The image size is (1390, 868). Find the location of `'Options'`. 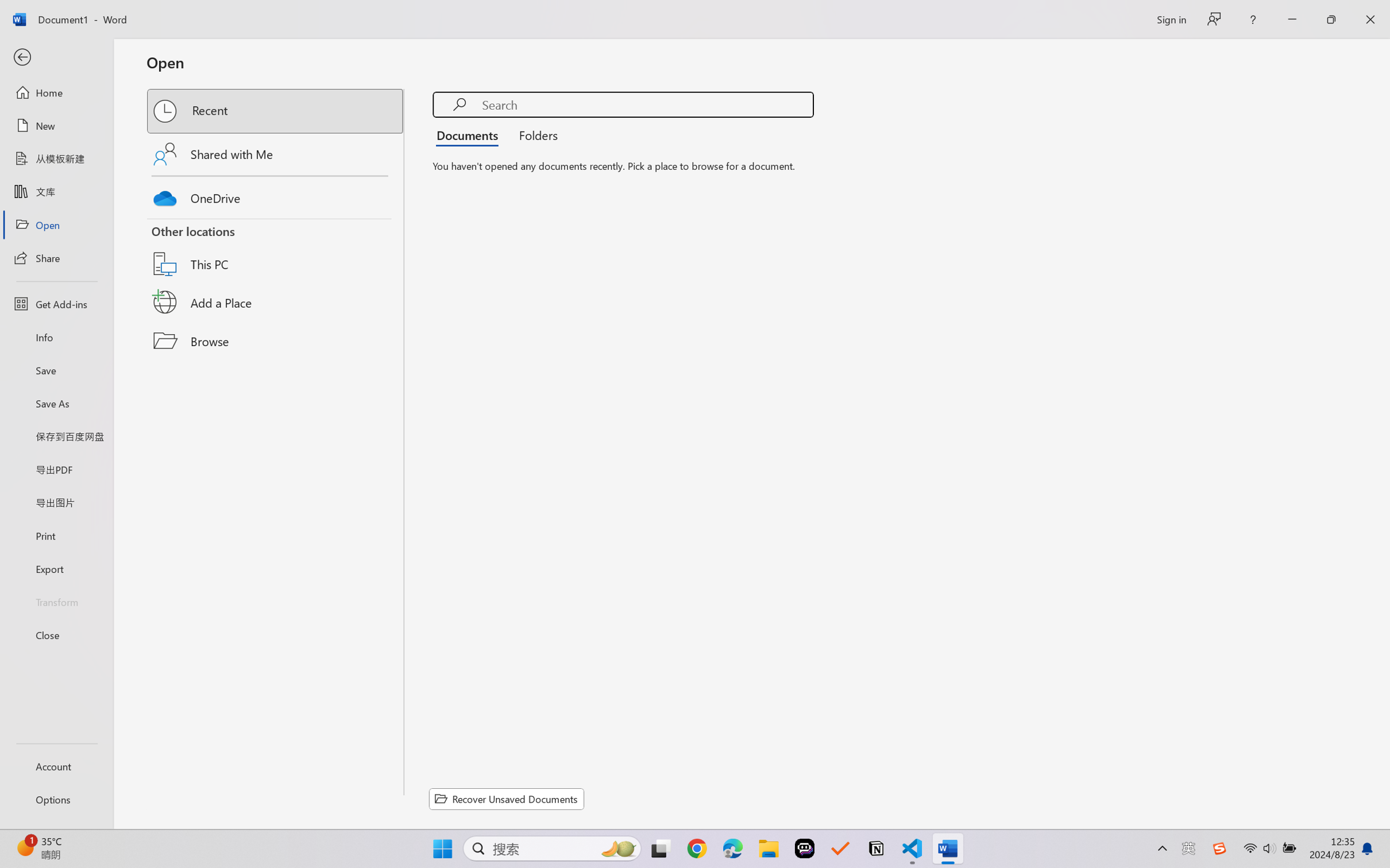

'Options' is located at coordinates (56, 799).